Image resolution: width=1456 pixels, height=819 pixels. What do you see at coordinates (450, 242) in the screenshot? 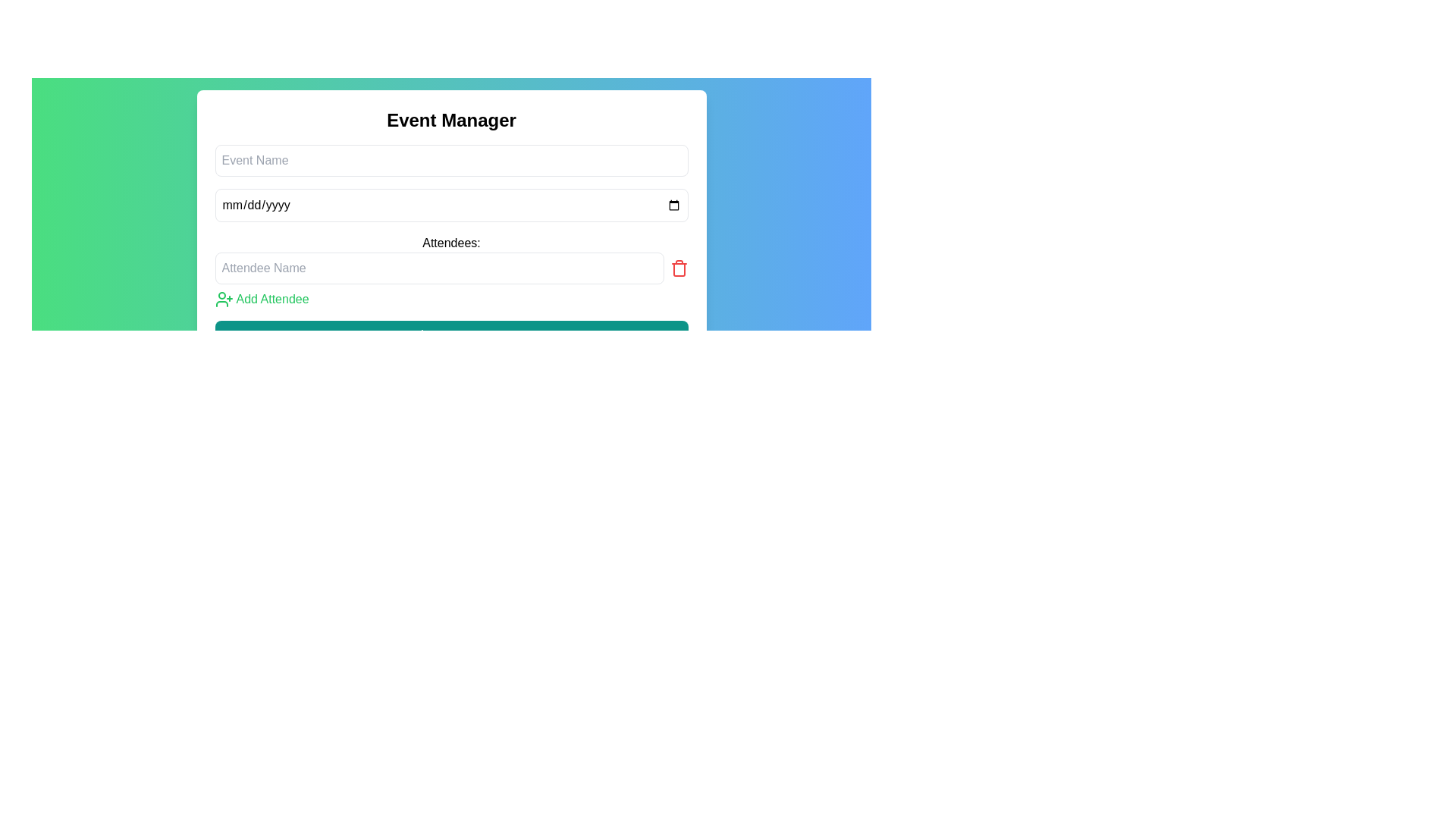
I see `text label displaying 'Attendees:' which is a bolded text in medium size located above the attendee input field` at bounding box center [450, 242].